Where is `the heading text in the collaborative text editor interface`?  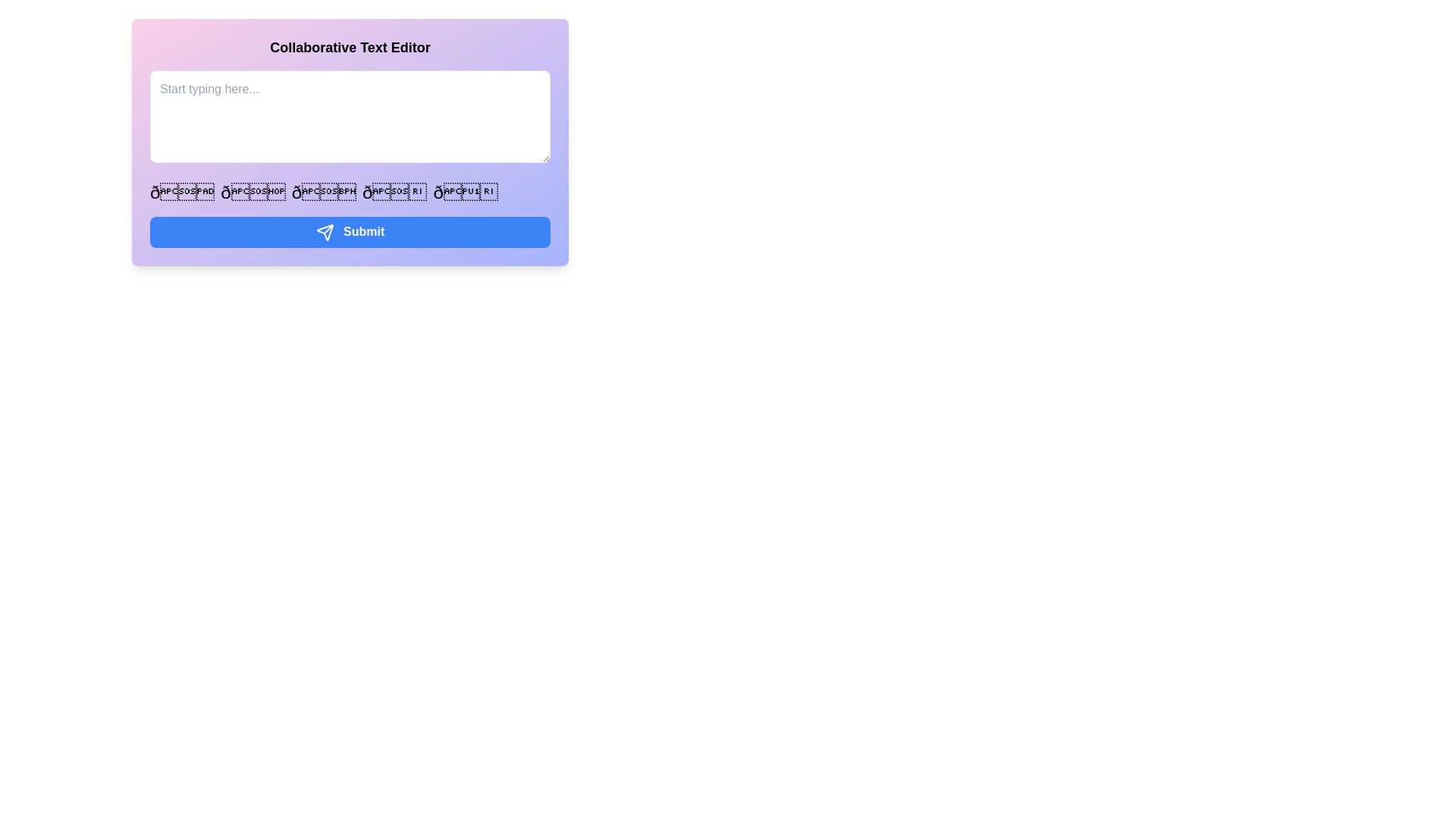
the heading text in the collaborative text editor interface is located at coordinates (349, 46).